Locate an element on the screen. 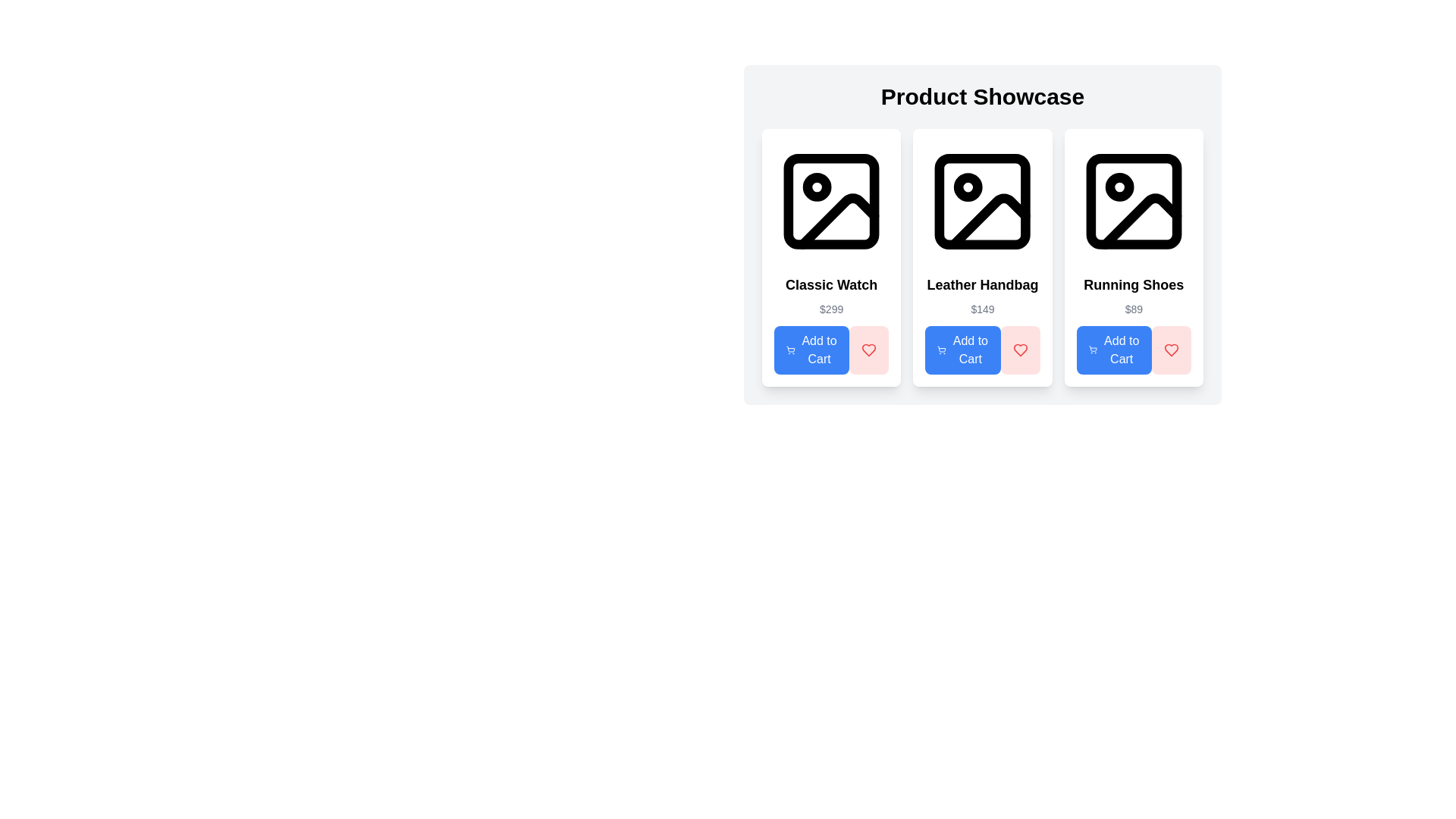  the shopping cart icon located to the left of the 'Add to Cart' button in the middle column of the product showcase is located at coordinates (941, 350).